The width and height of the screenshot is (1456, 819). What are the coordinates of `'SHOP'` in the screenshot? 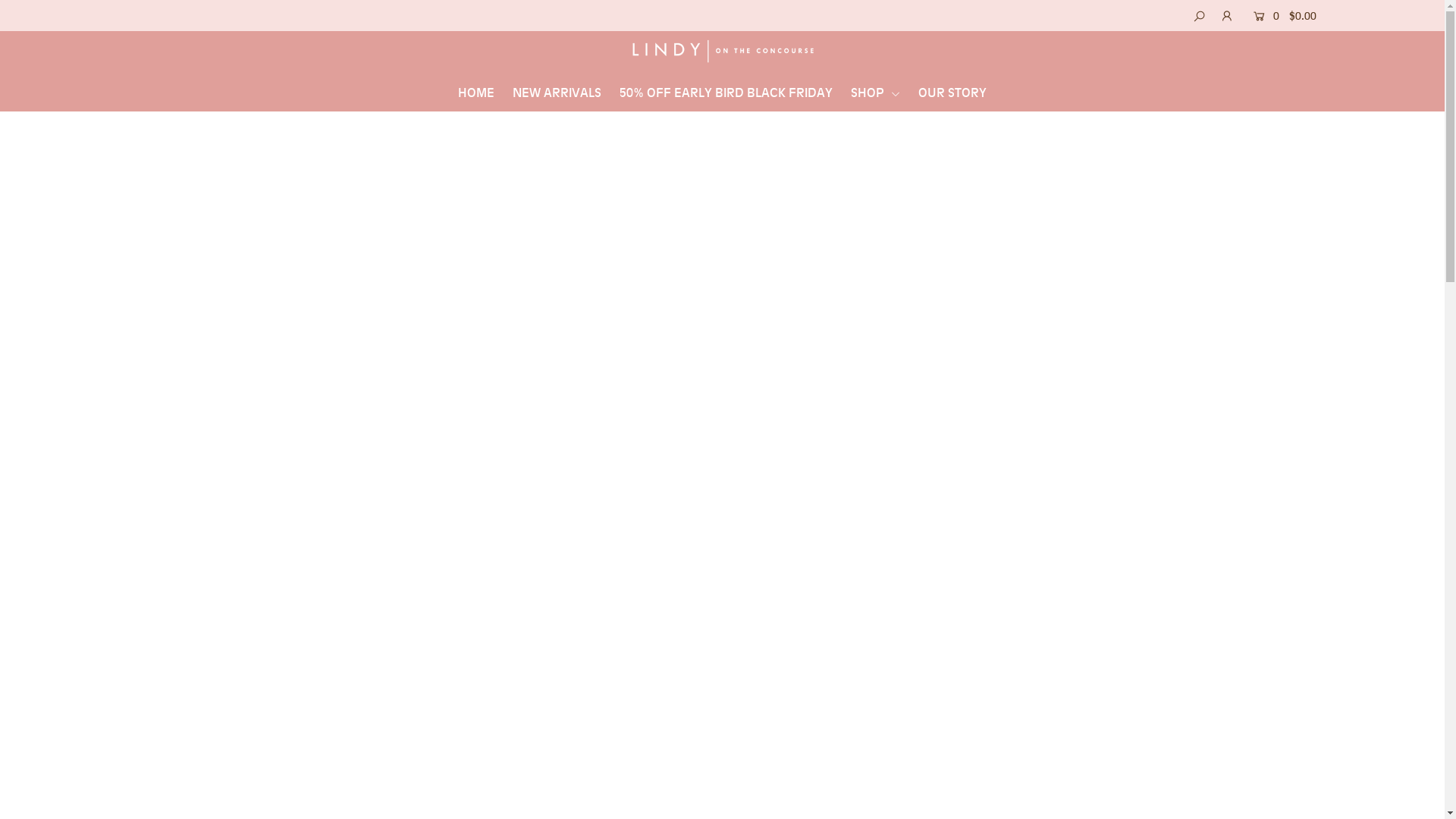 It's located at (875, 93).